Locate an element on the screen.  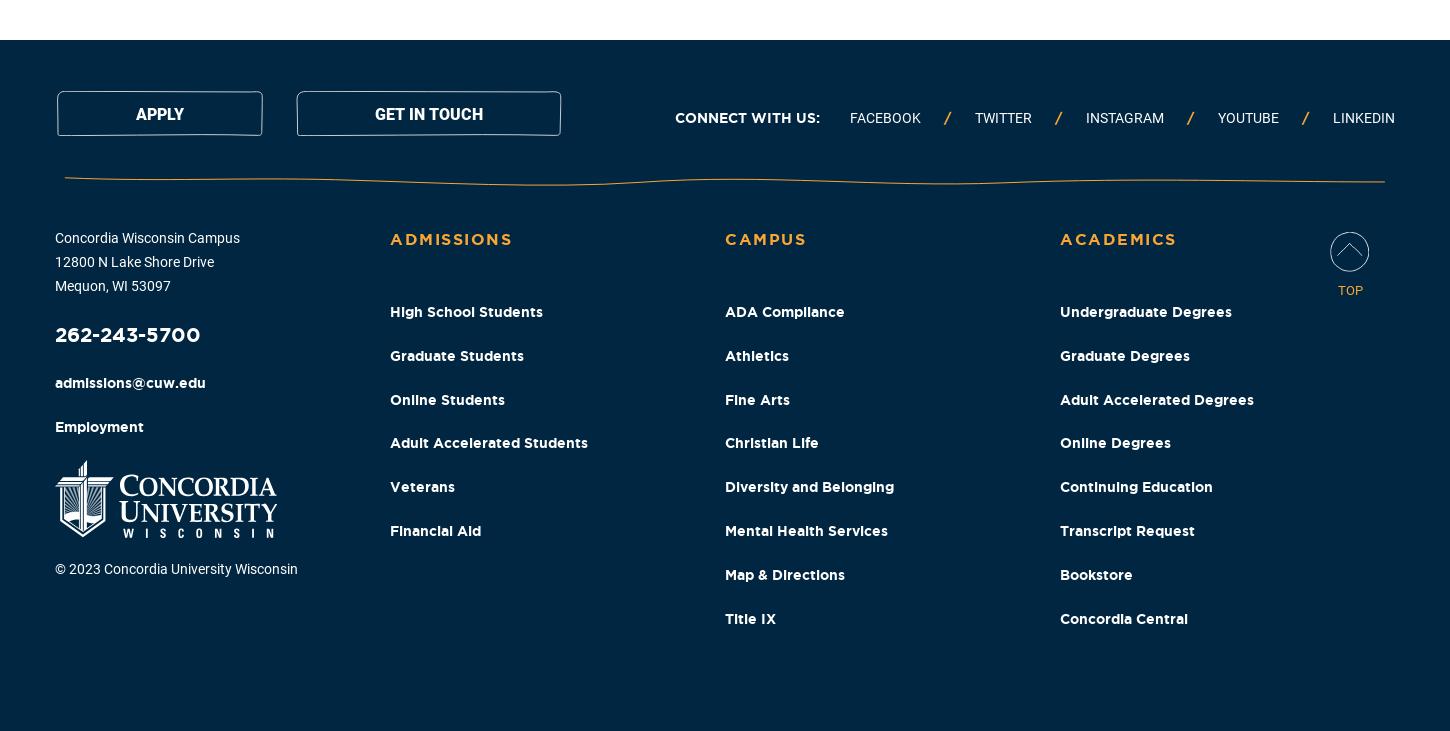
'Continuing Education' is located at coordinates (1135, 486).